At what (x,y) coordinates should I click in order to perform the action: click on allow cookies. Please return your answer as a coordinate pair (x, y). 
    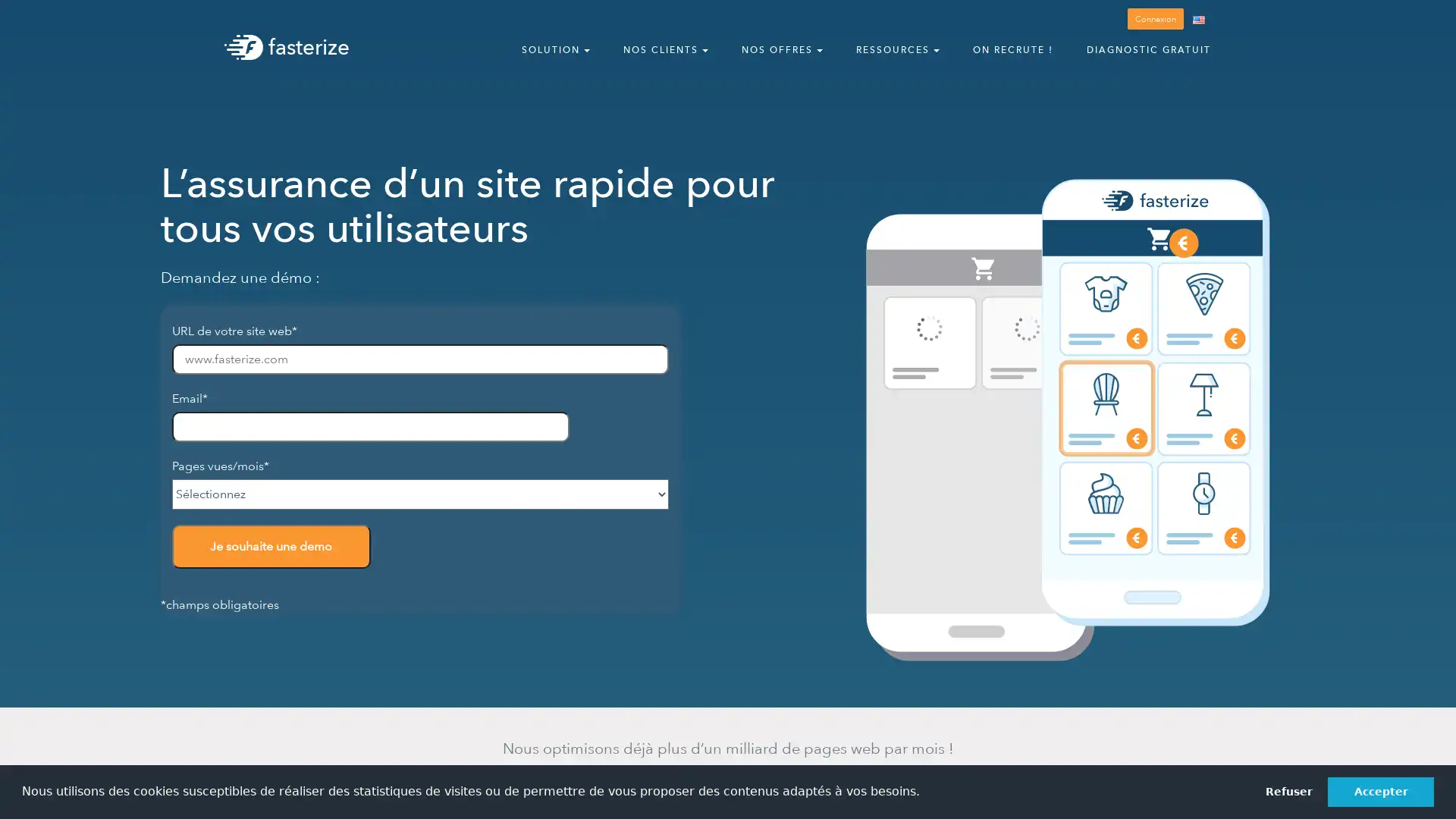
    Looking at the image, I should click on (1380, 791).